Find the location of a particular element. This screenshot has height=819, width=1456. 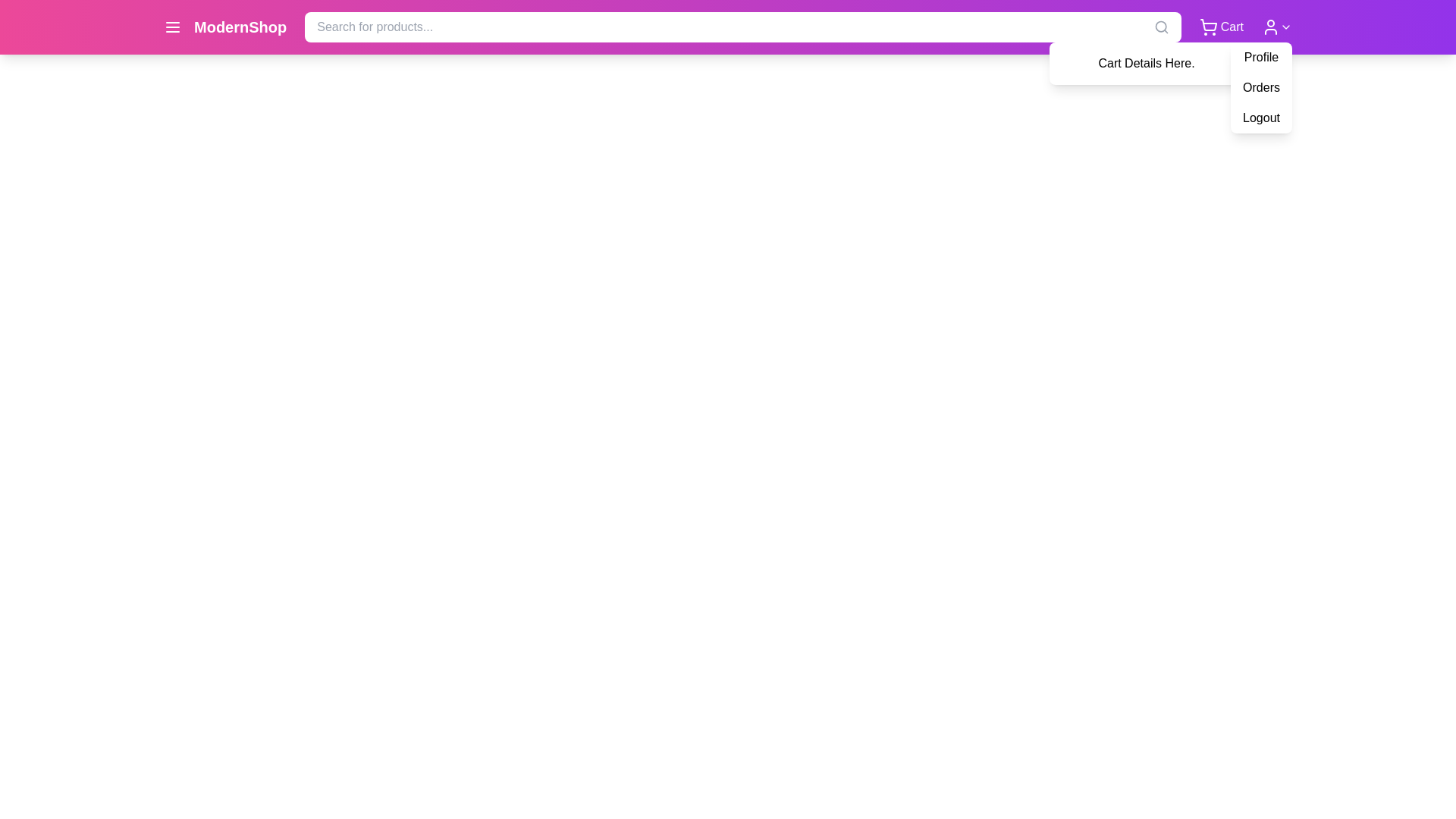

the vector graphic circle representing the lens of the search icon located in the top-right corner of the interface is located at coordinates (1160, 27).